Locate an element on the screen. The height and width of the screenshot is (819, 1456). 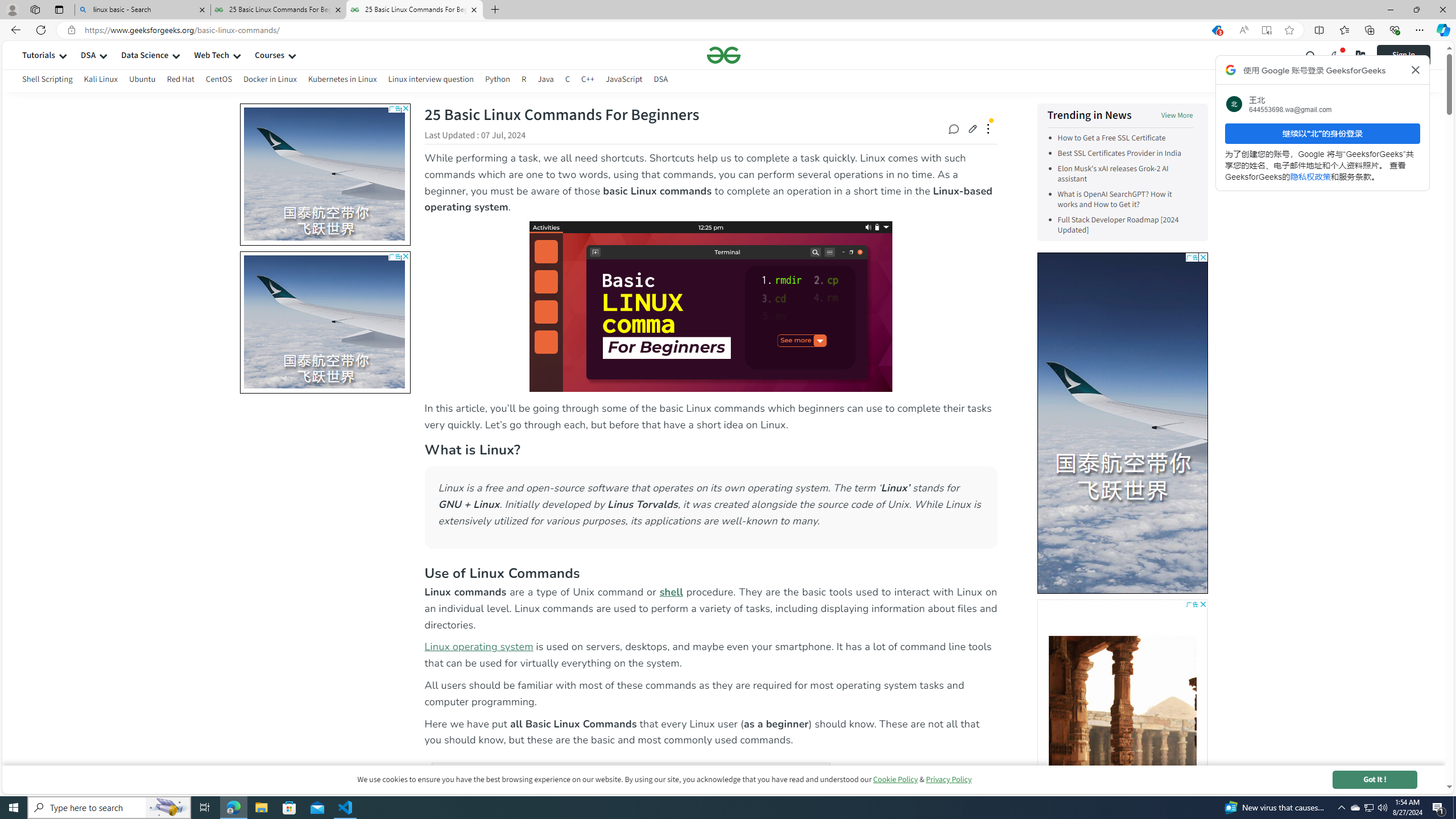
'Web Tech' is located at coordinates (211, 55).